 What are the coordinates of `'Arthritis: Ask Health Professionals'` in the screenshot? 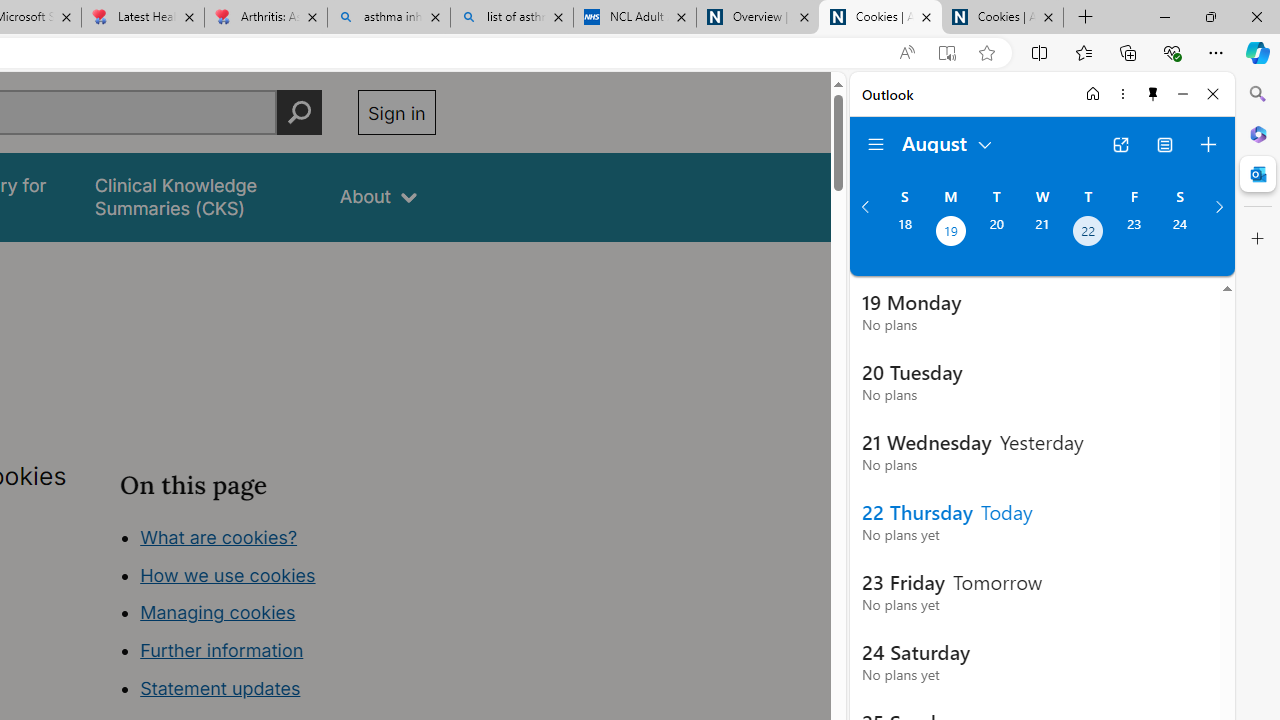 It's located at (264, 17).